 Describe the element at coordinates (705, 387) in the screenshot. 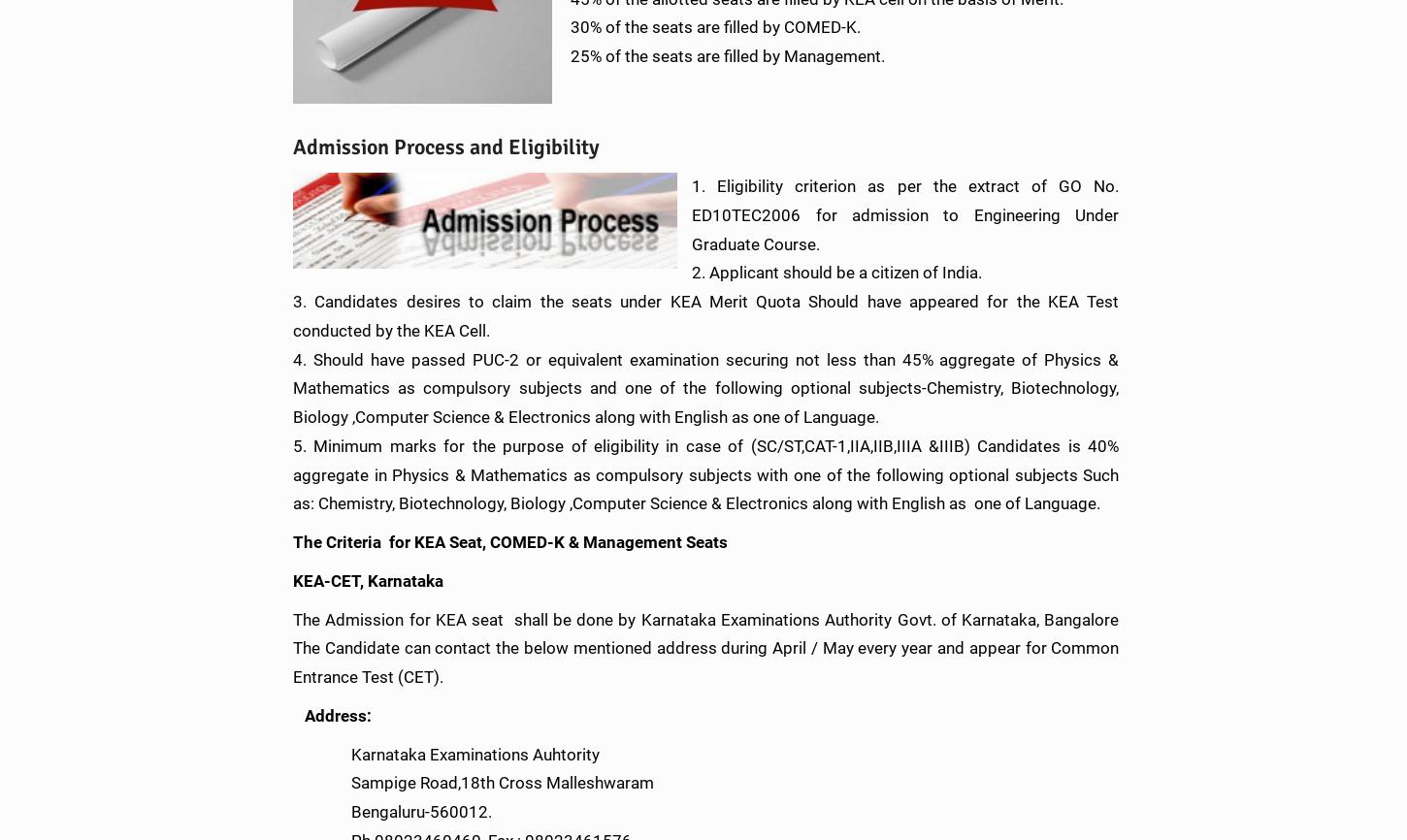

I see `'4. Should have passed PUC-2 or equivalent examination securing not less than 45% aggregate of Physics & Mathematics as compulsory subjects and one of the following optional subjects-Chemistry, Biotechnology, Biology ,Computer Science & Electronics along with English as one of Language.'` at that location.